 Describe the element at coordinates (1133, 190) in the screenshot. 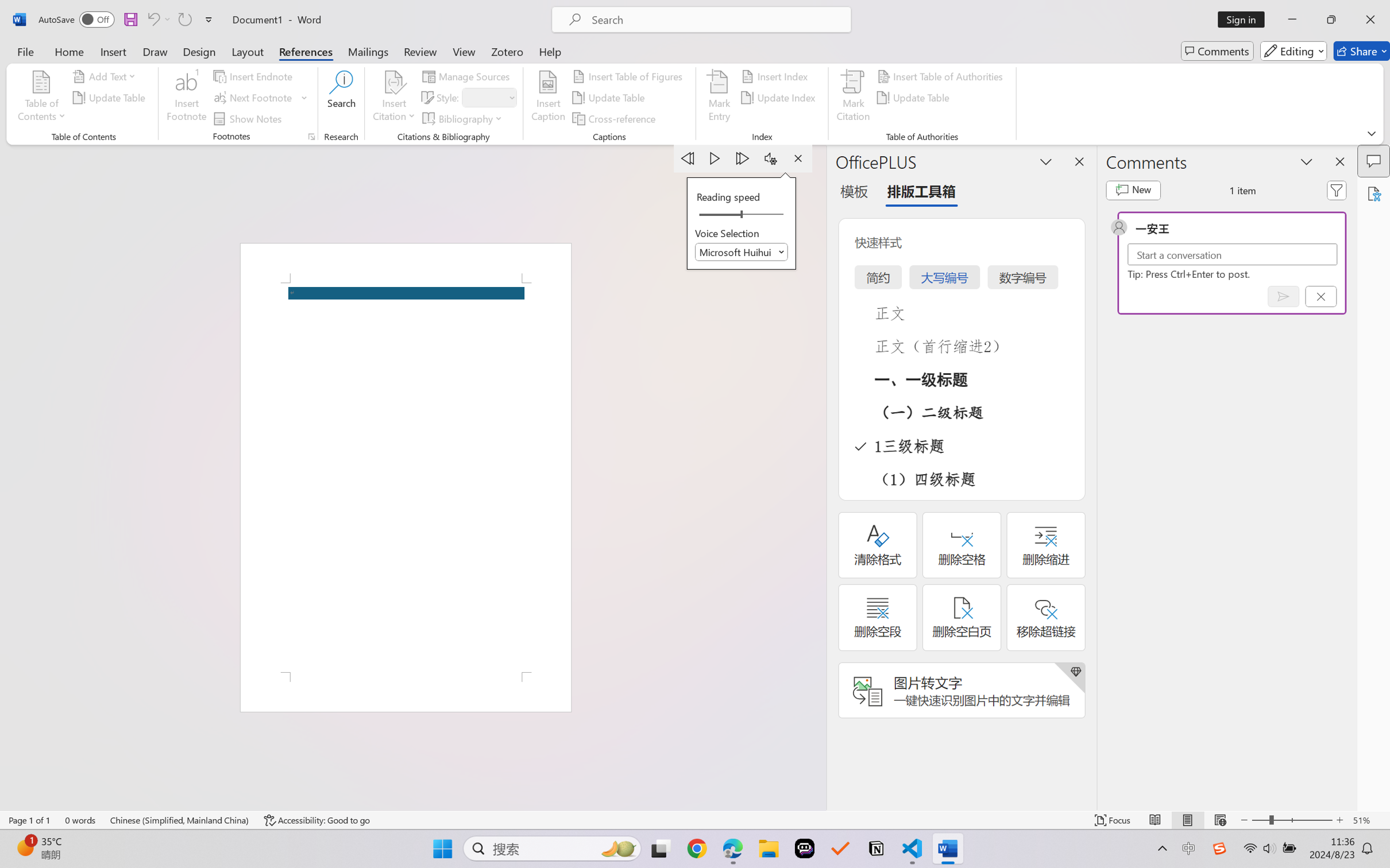

I see `'New comment'` at that location.